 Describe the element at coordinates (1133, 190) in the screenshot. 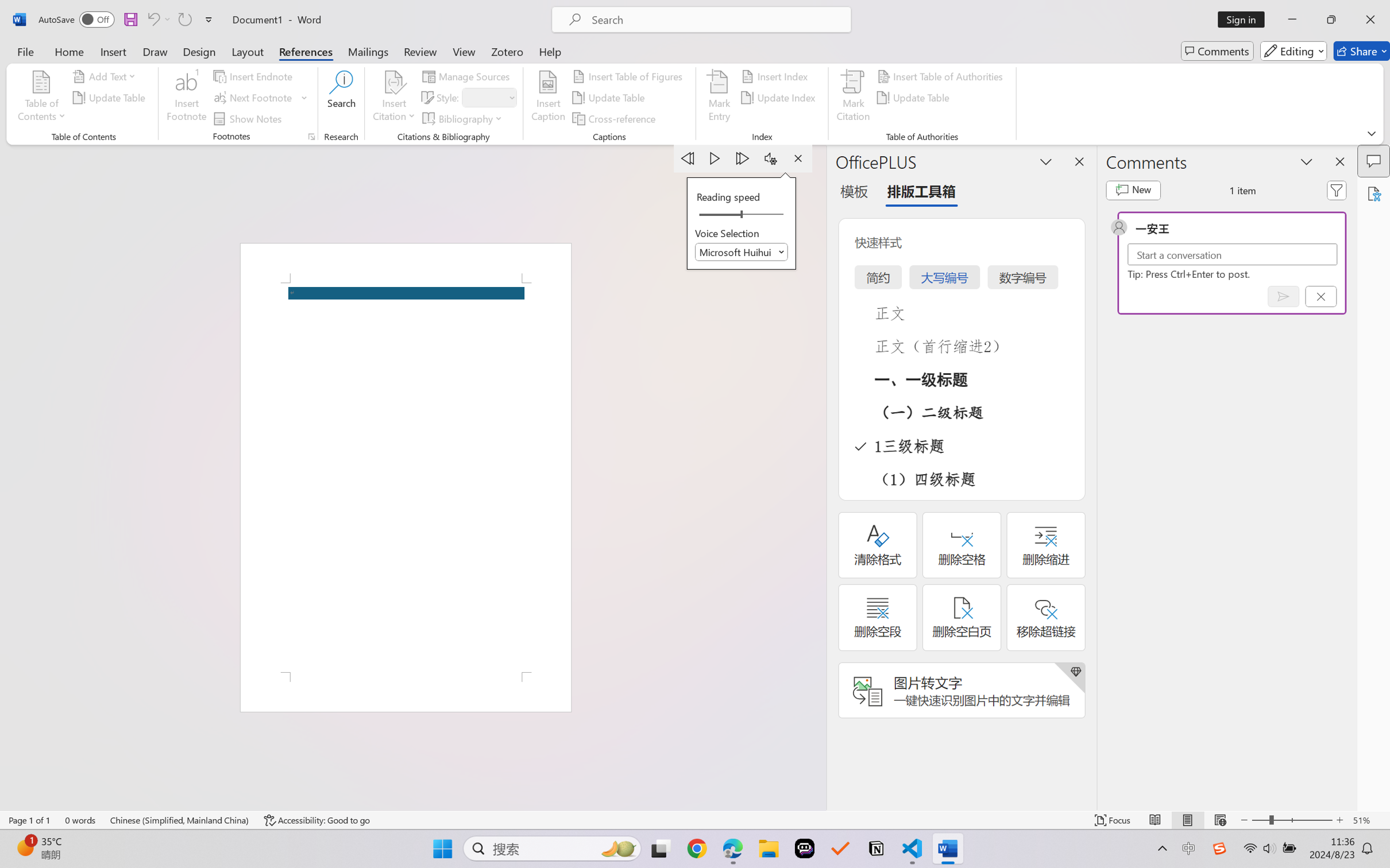

I see `'New comment'` at that location.